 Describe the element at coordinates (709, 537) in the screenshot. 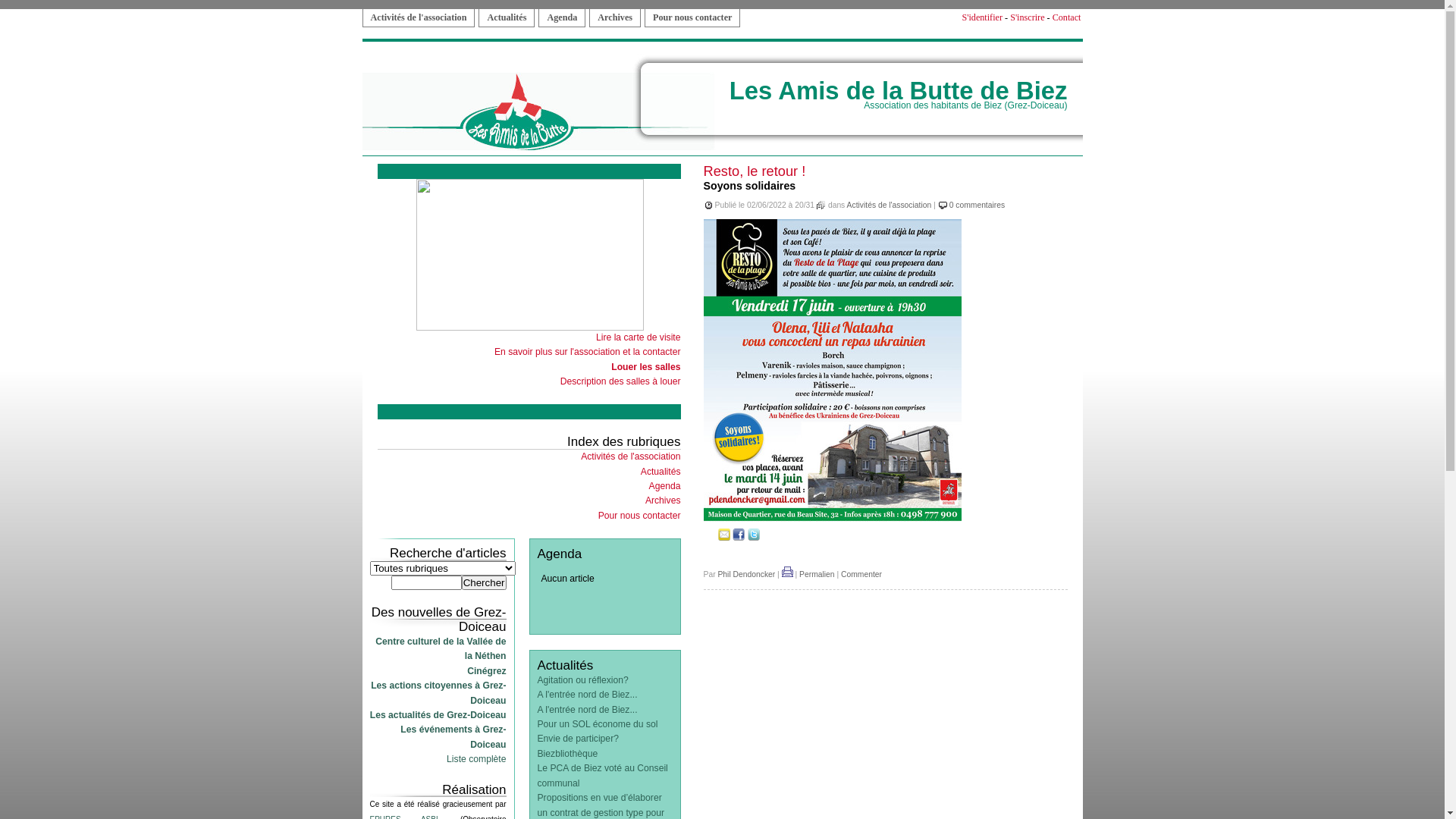

I see `'Ajouter aux favoris'` at that location.